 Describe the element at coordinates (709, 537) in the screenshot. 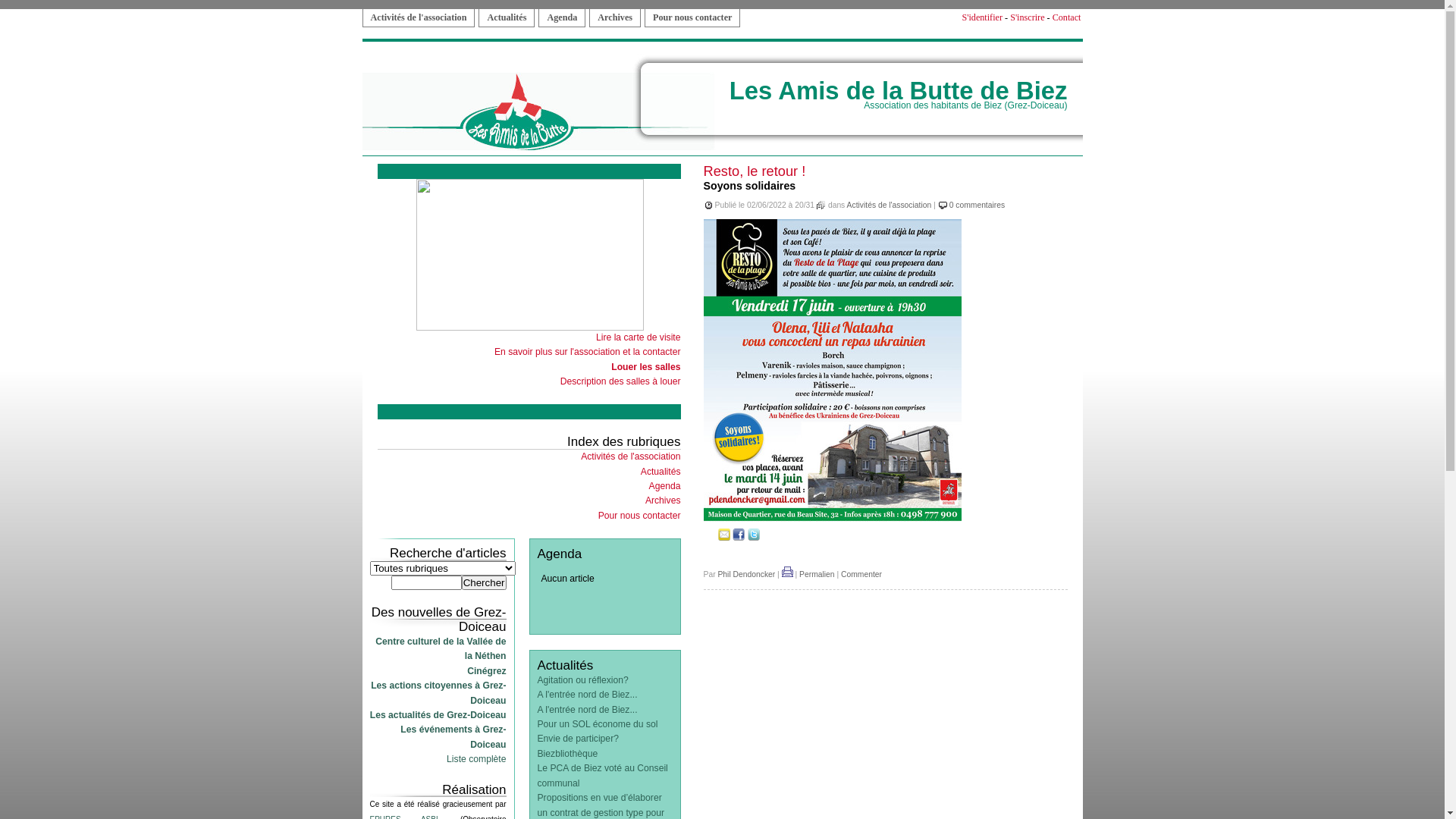

I see `'Ajouter aux favoris'` at that location.